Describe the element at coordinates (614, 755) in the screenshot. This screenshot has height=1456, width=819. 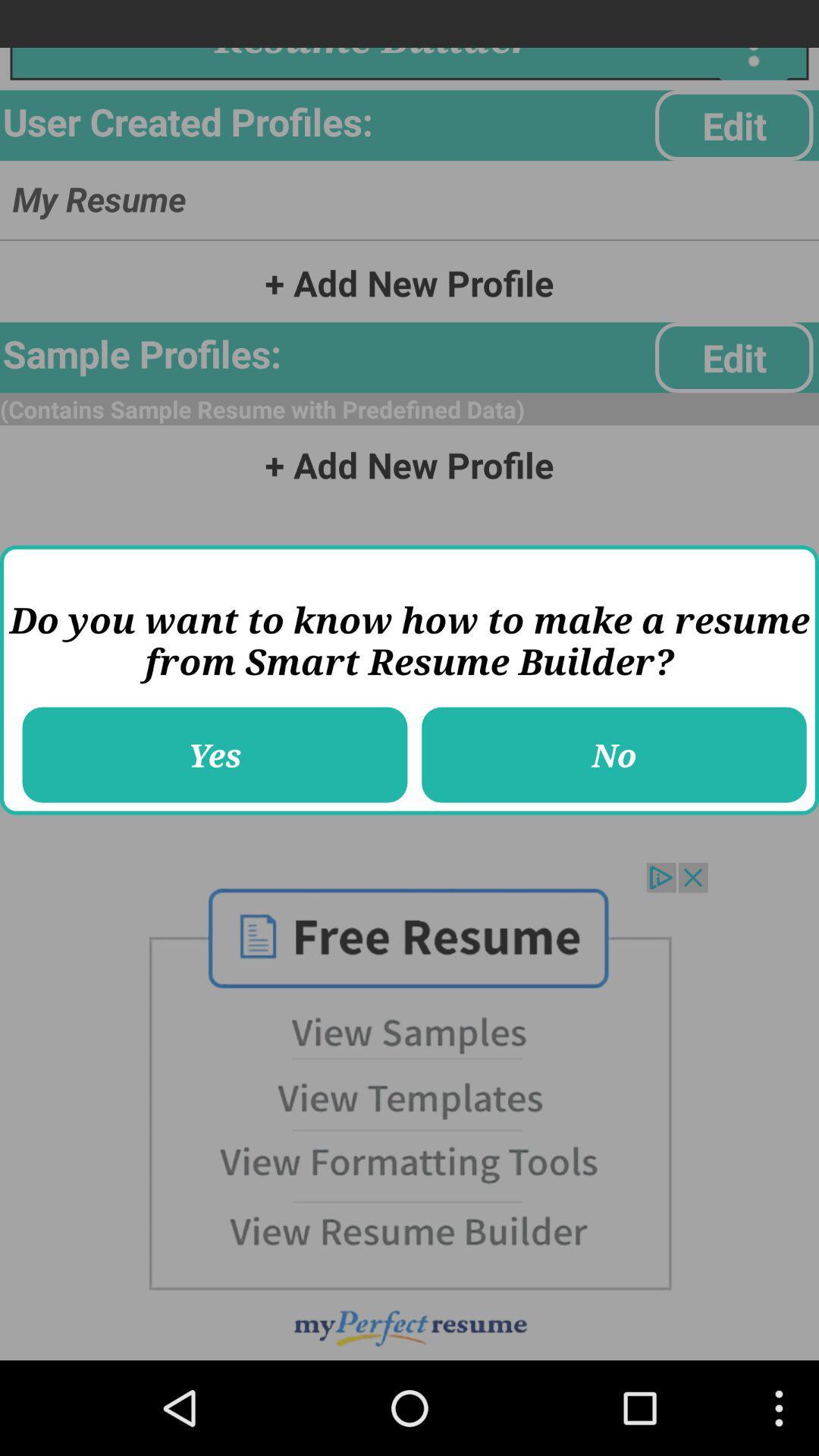
I see `the item below the do you want` at that location.